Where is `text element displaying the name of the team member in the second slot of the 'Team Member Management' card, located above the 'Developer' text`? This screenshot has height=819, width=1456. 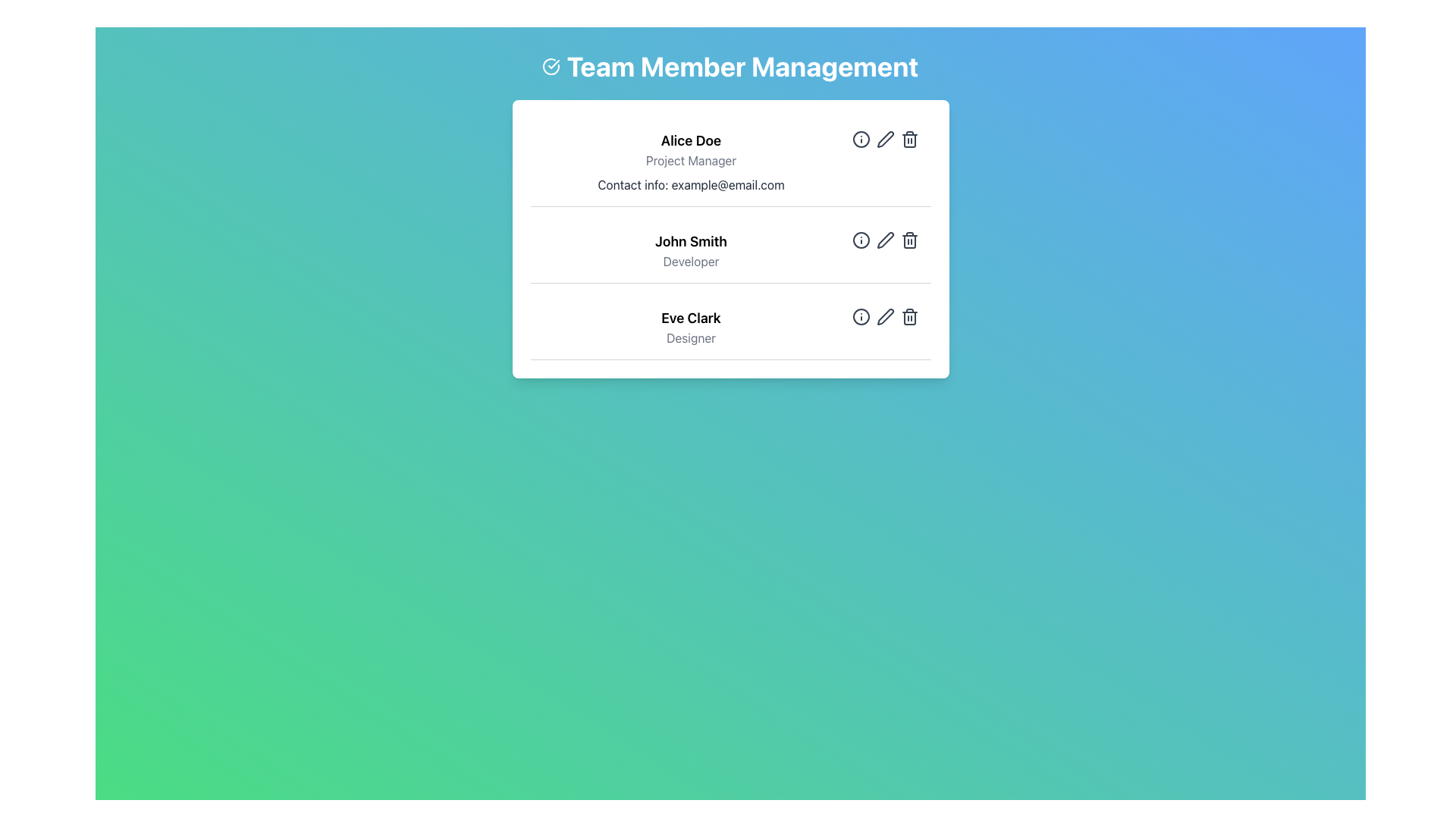 text element displaying the name of the team member in the second slot of the 'Team Member Management' card, located above the 'Developer' text is located at coordinates (690, 241).